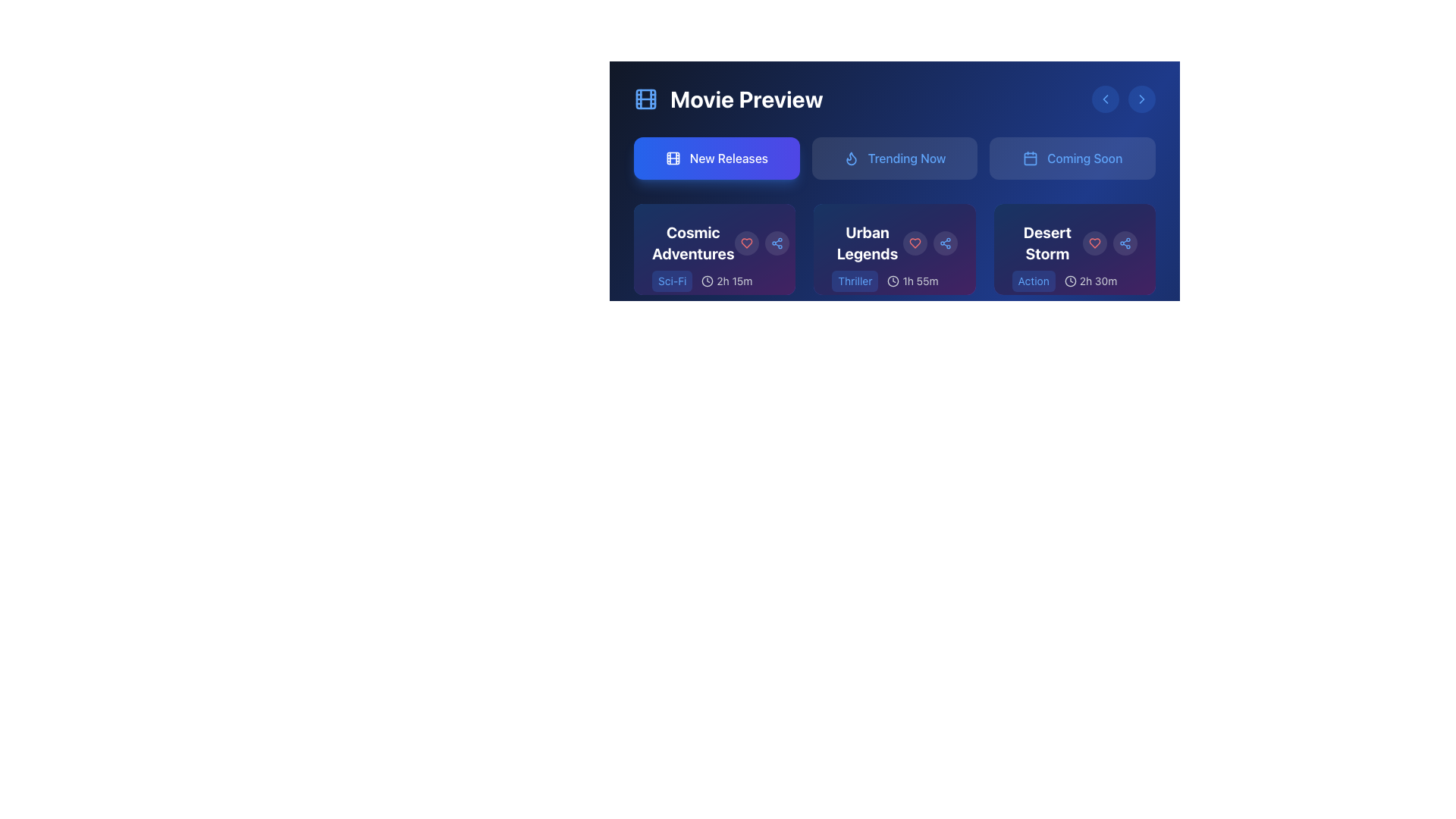 The width and height of the screenshot is (1456, 819). Describe the element at coordinates (777, 242) in the screenshot. I see `the share button located within the 'Cosmic Adventures' card to observe any visual effects` at that location.